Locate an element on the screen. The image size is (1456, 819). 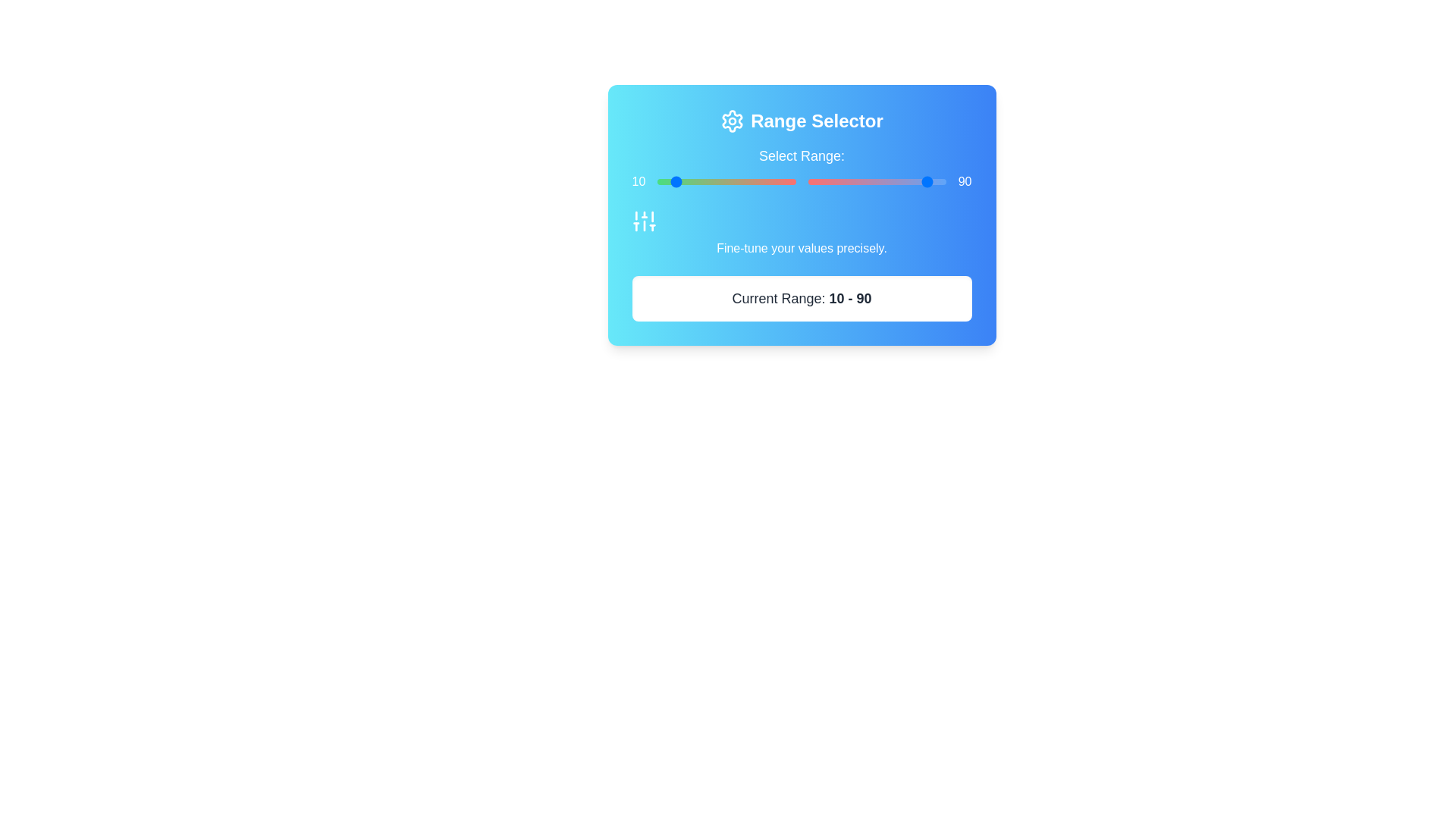
the right range slider to set its value to 41 is located at coordinates (864, 180).